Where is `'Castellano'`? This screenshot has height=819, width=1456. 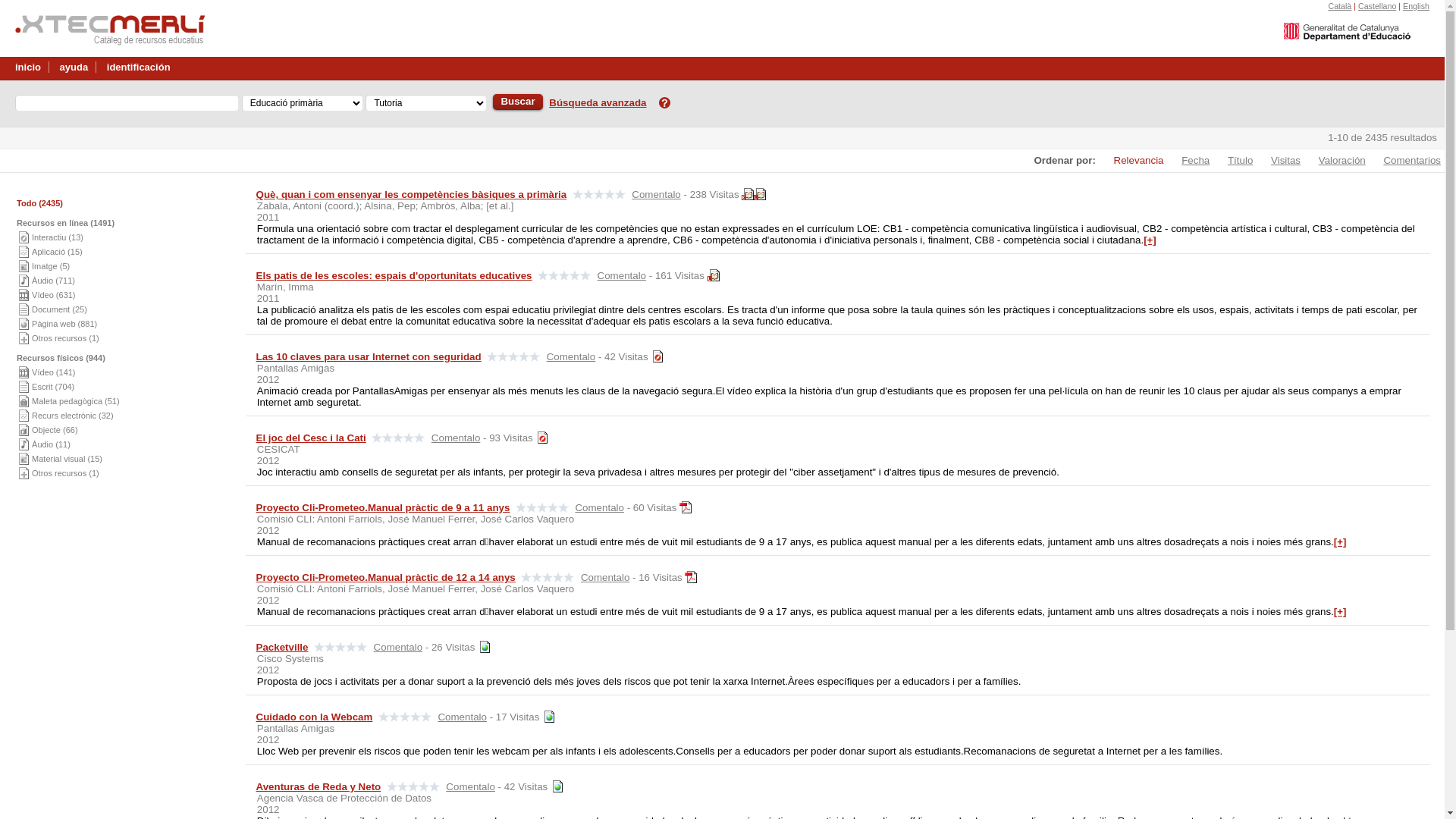 'Castellano' is located at coordinates (1376, 5).